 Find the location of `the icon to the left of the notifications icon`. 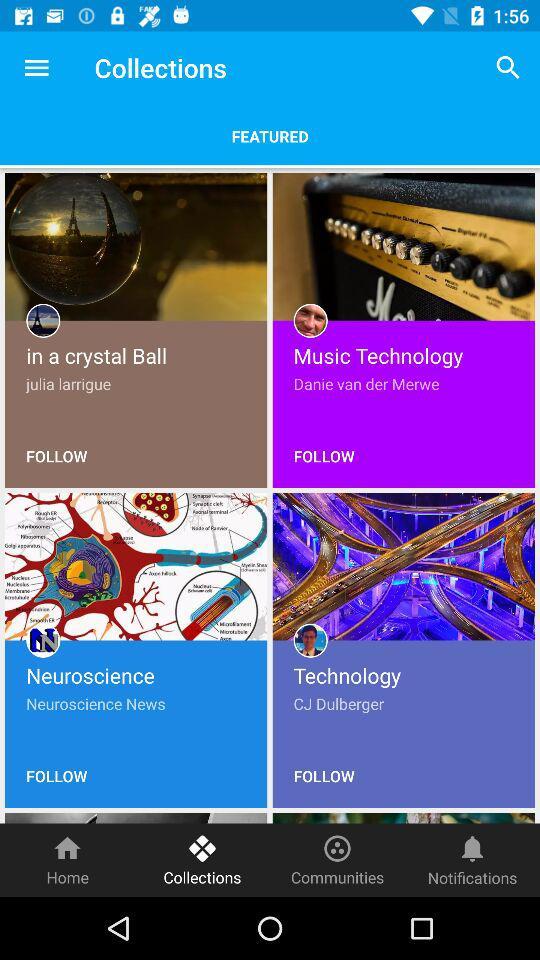

the icon to the left of the notifications icon is located at coordinates (337, 859).